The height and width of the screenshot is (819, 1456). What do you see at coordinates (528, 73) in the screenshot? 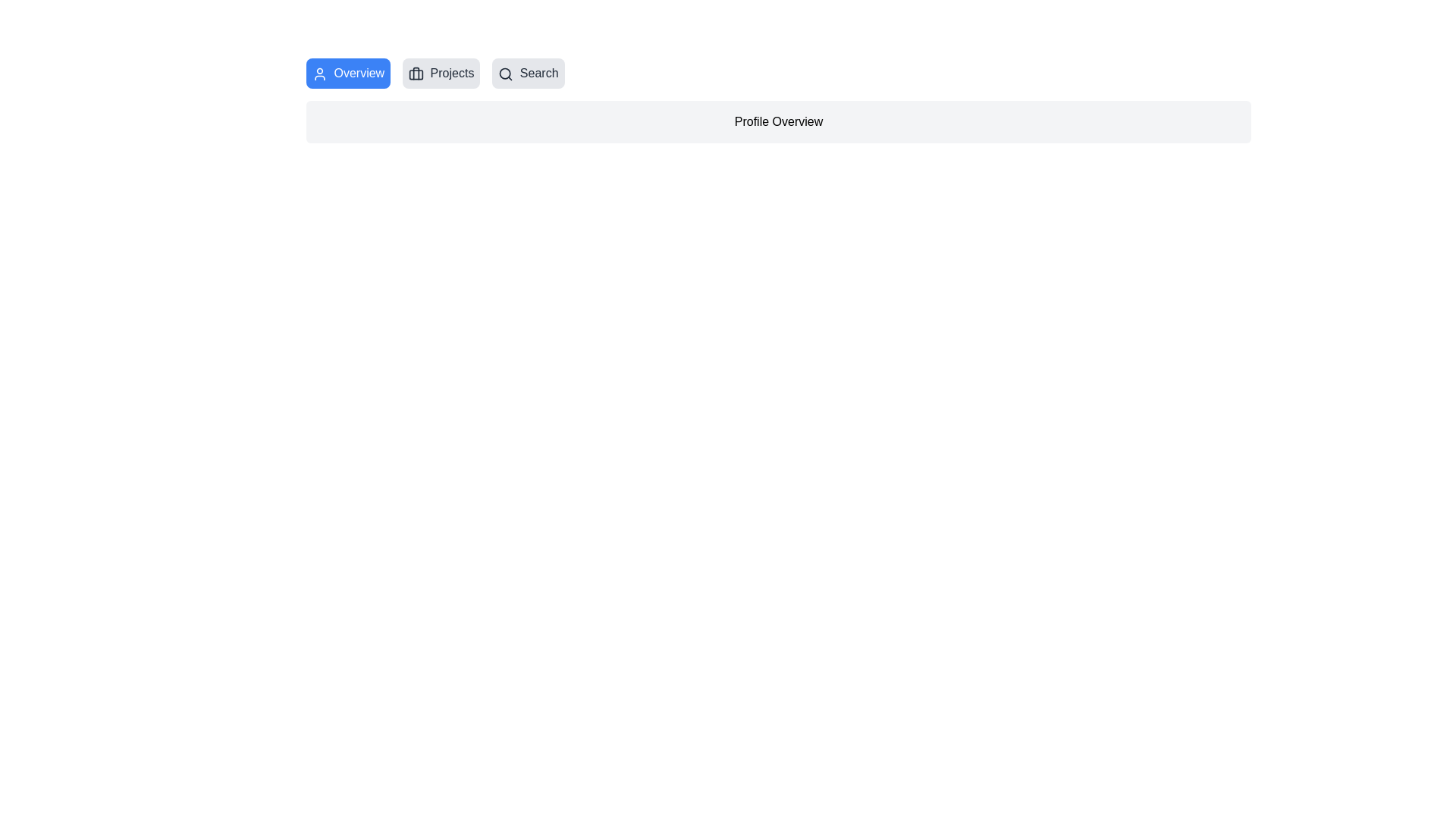
I see `the tab labeled Search to observe its hover effect` at bounding box center [528, 73].